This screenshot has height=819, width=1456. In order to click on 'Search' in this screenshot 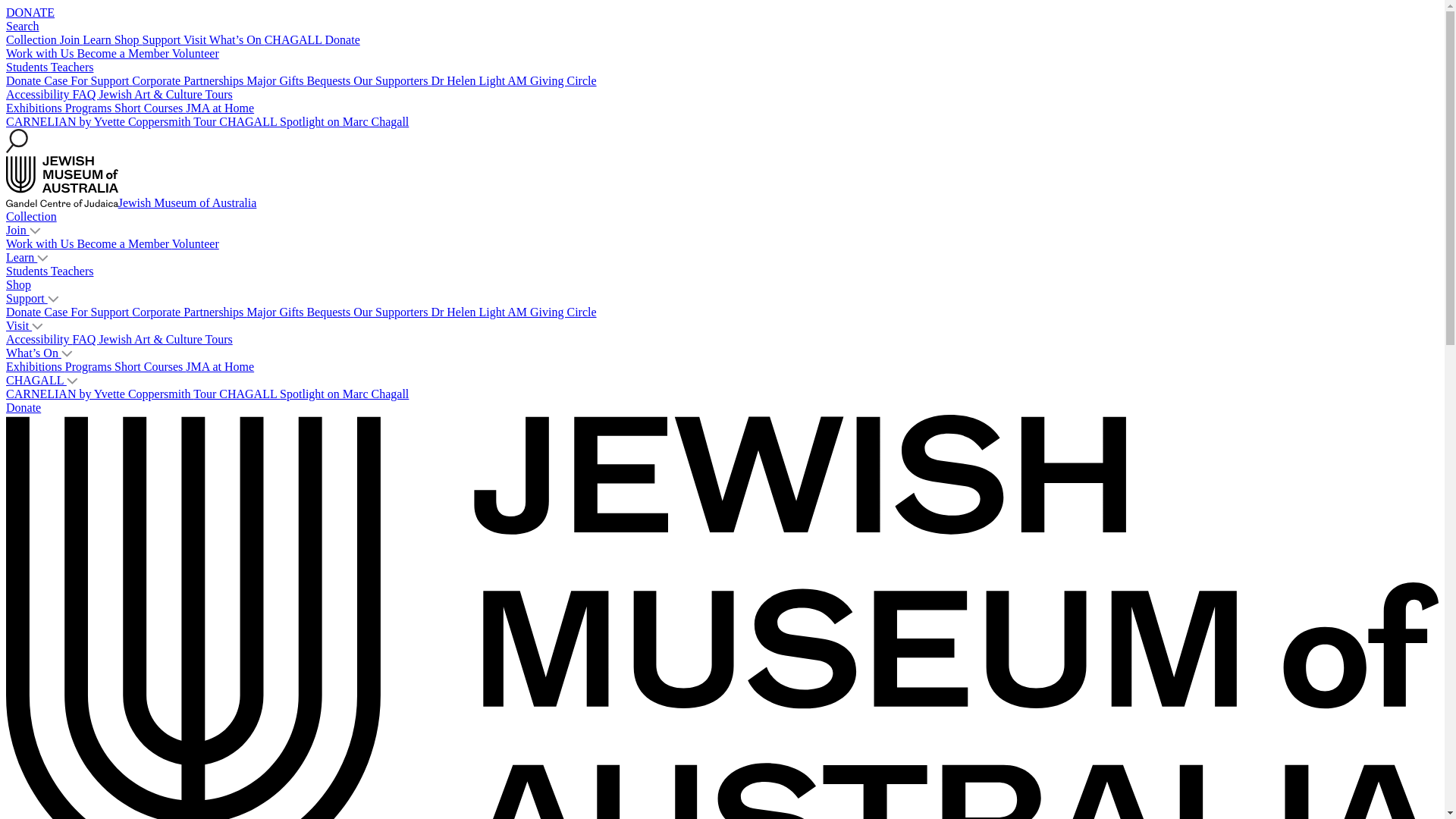, I will do `click(22, 26)`.